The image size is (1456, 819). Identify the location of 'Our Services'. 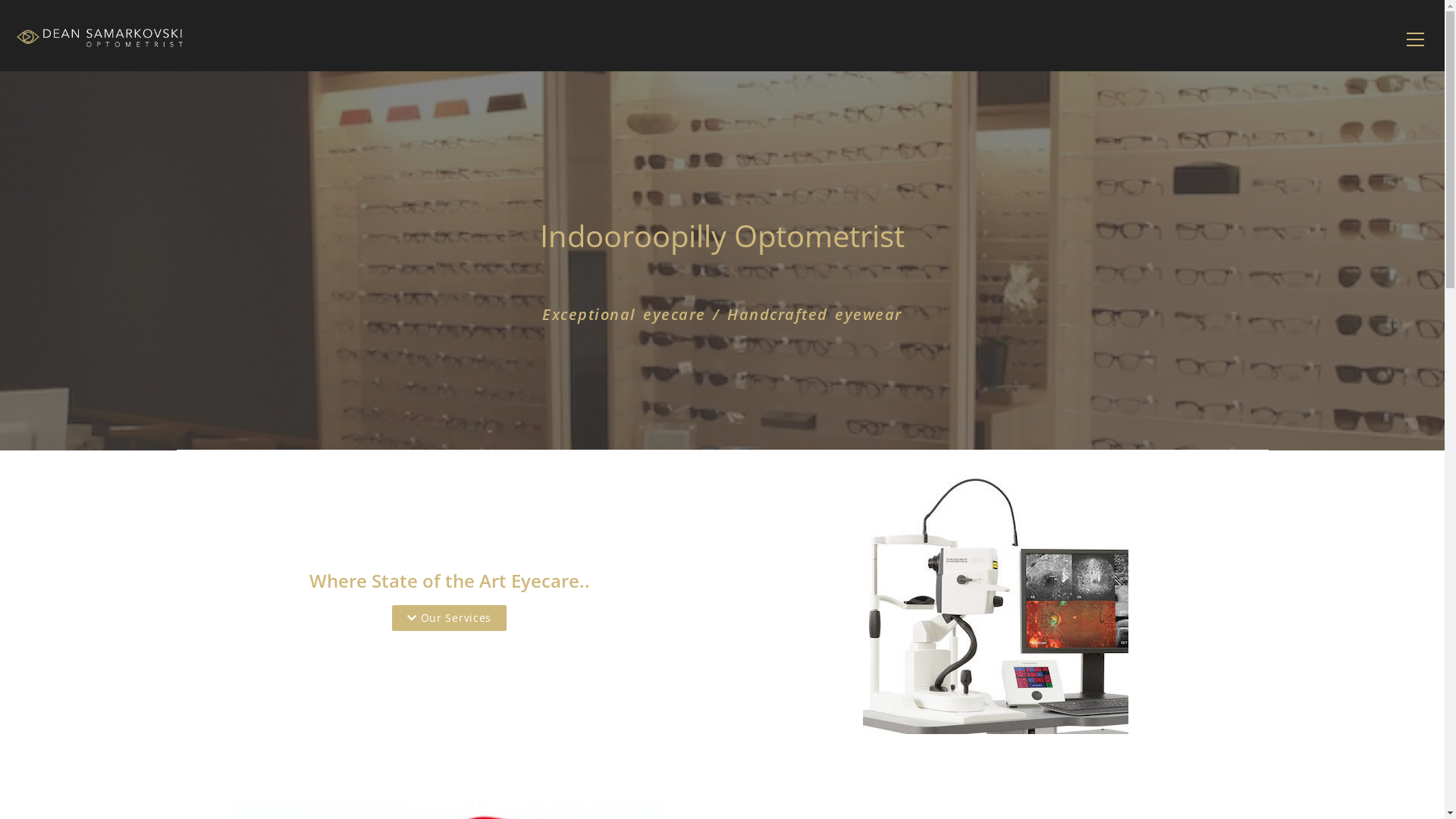
(448, 617).